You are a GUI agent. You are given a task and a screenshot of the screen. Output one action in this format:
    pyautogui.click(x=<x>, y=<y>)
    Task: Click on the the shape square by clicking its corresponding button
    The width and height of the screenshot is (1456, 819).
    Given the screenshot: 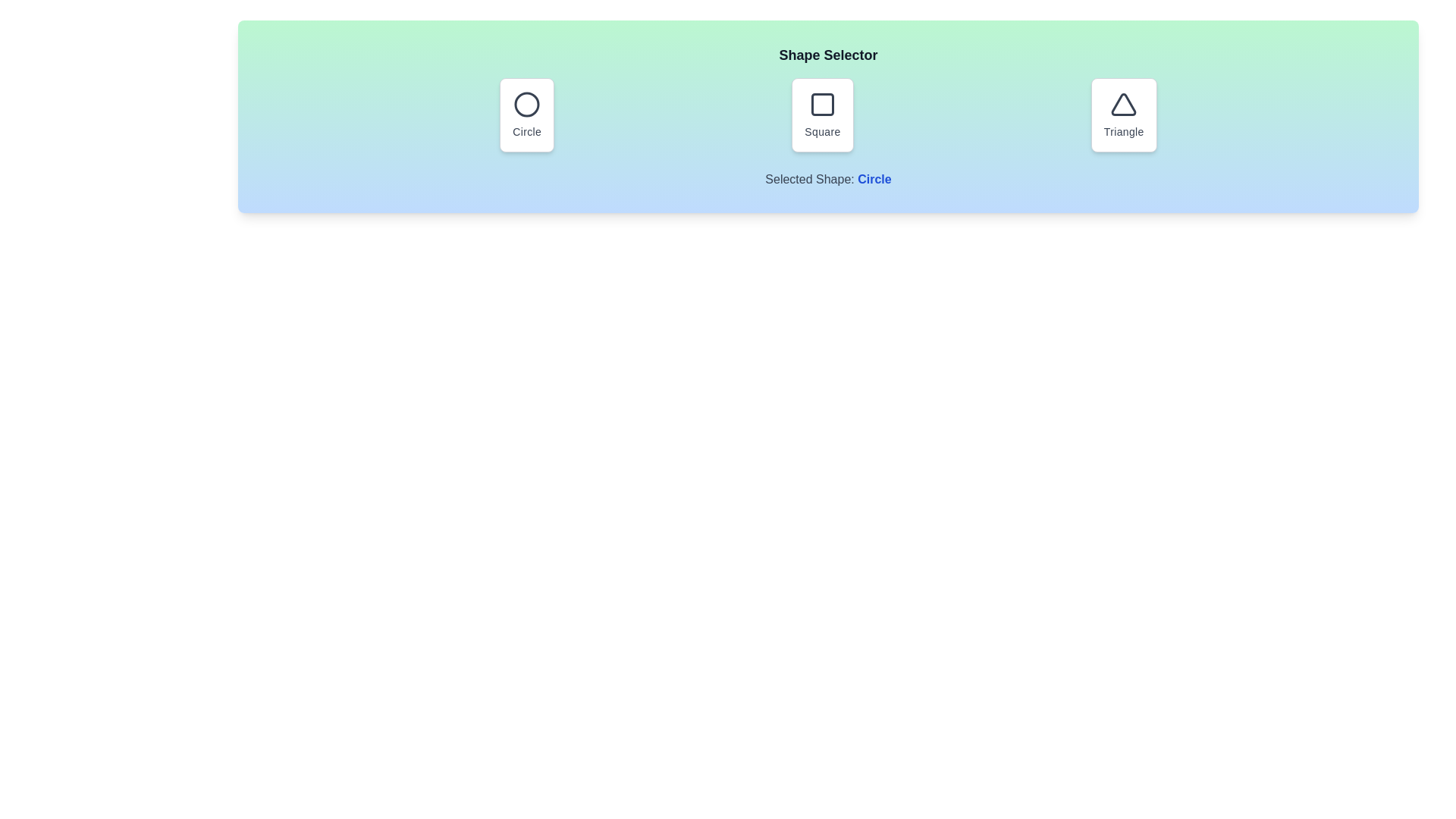 What is the action you would take?
    pyautogui.click(x=821, y=114)
    